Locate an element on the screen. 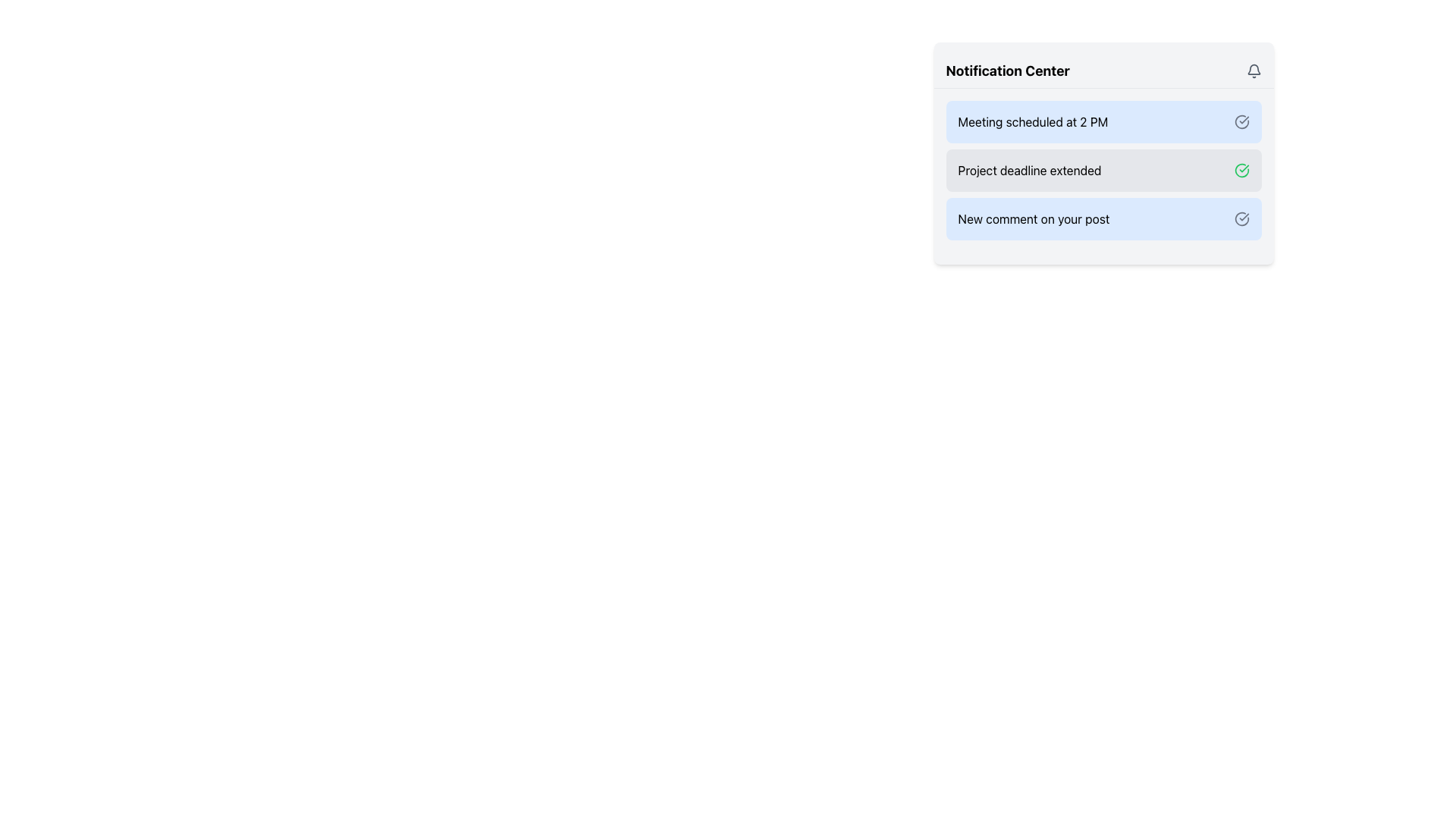 The image size is (1456, 819). the notification icon located at the top-right corner of the 'Notification Center' bar is located at coordinates (1254, 71).